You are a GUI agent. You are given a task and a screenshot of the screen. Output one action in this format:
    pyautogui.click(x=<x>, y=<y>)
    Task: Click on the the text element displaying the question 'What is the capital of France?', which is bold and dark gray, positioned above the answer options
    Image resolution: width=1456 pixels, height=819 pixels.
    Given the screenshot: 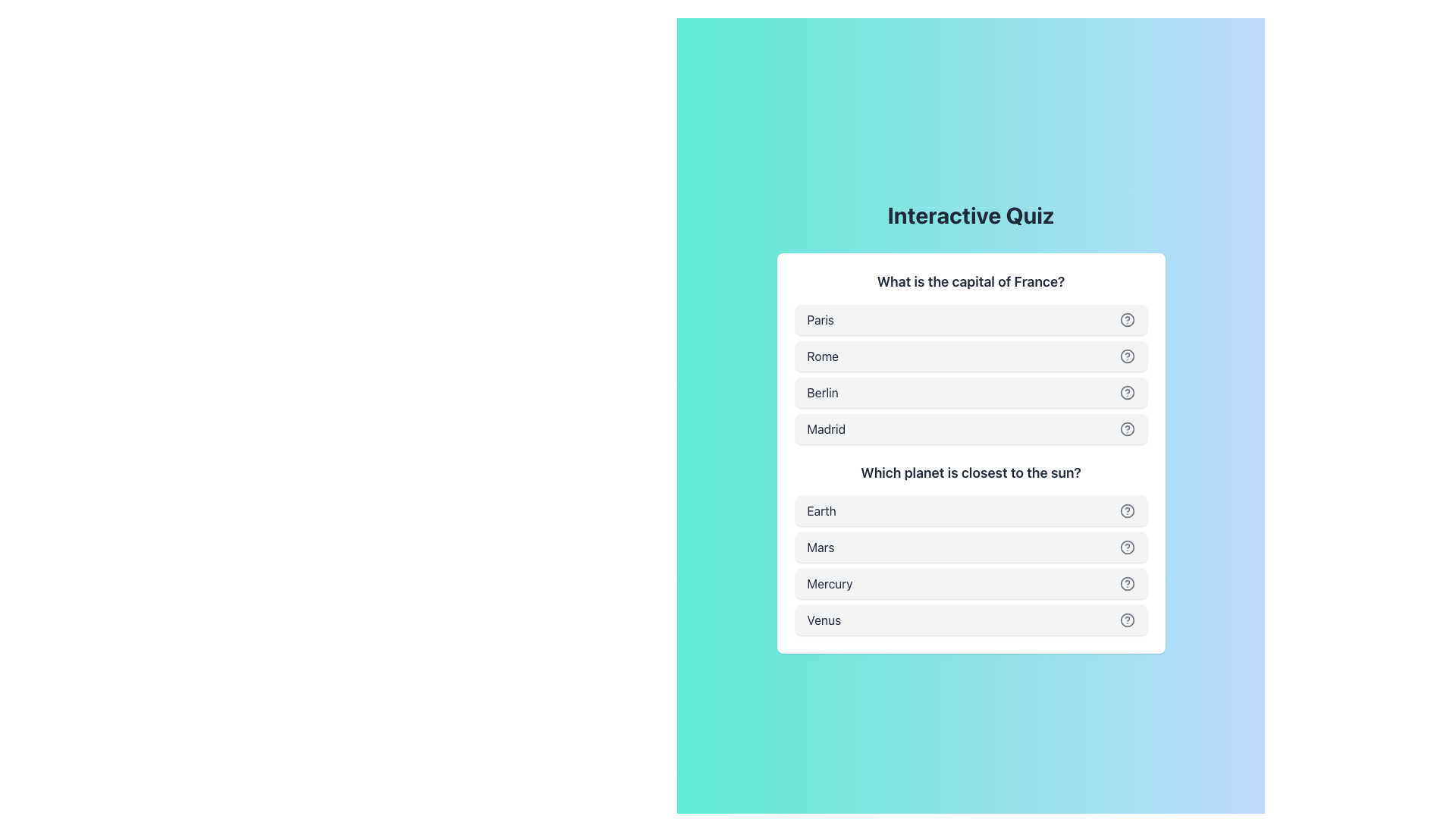 What is the action you would take?
    pyautogui.click(x=971, y=281)
    